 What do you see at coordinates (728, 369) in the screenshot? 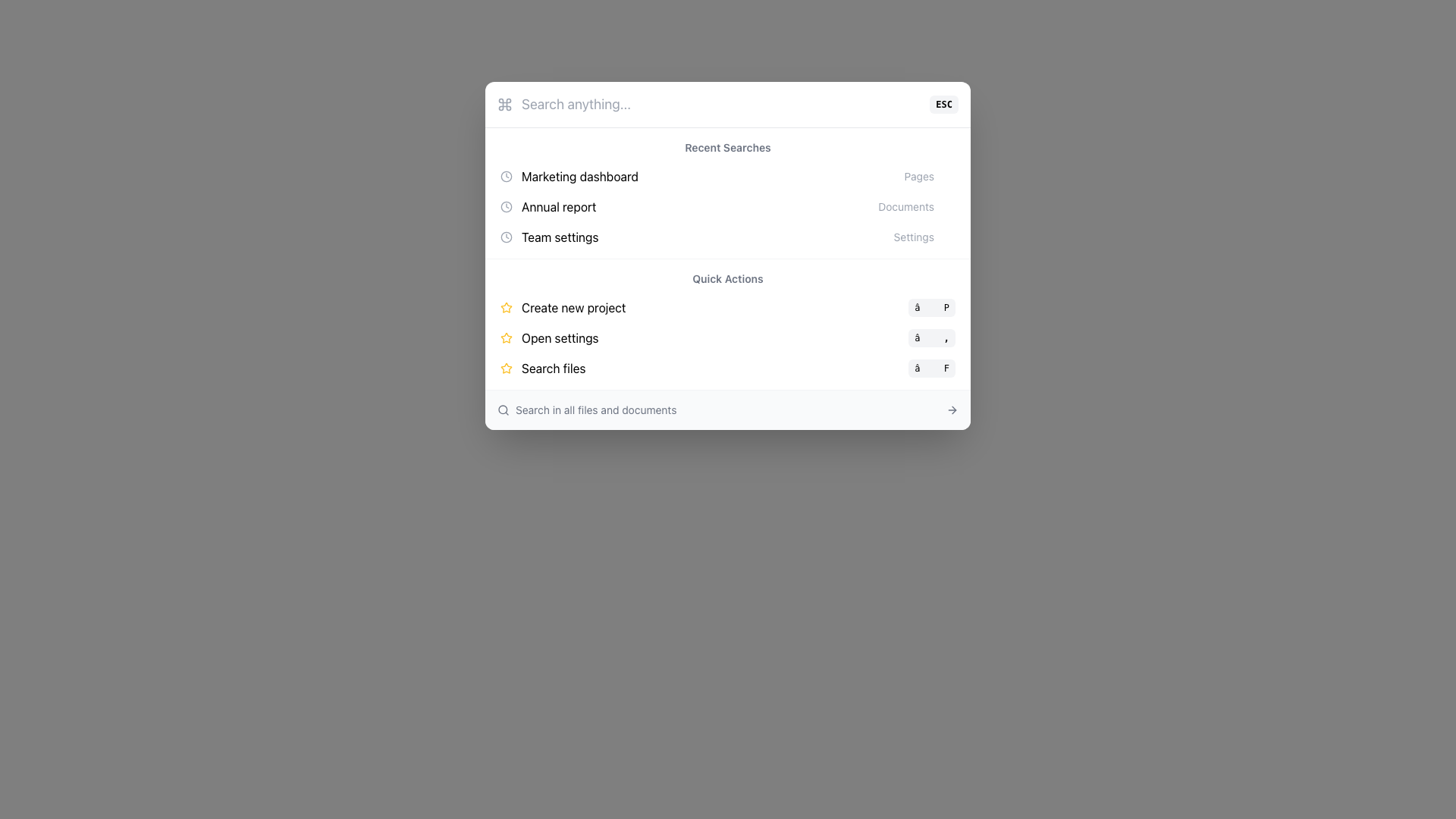
I see `the third interactive button in the 'Quick Actions' section` at bounding box center [728, 369].